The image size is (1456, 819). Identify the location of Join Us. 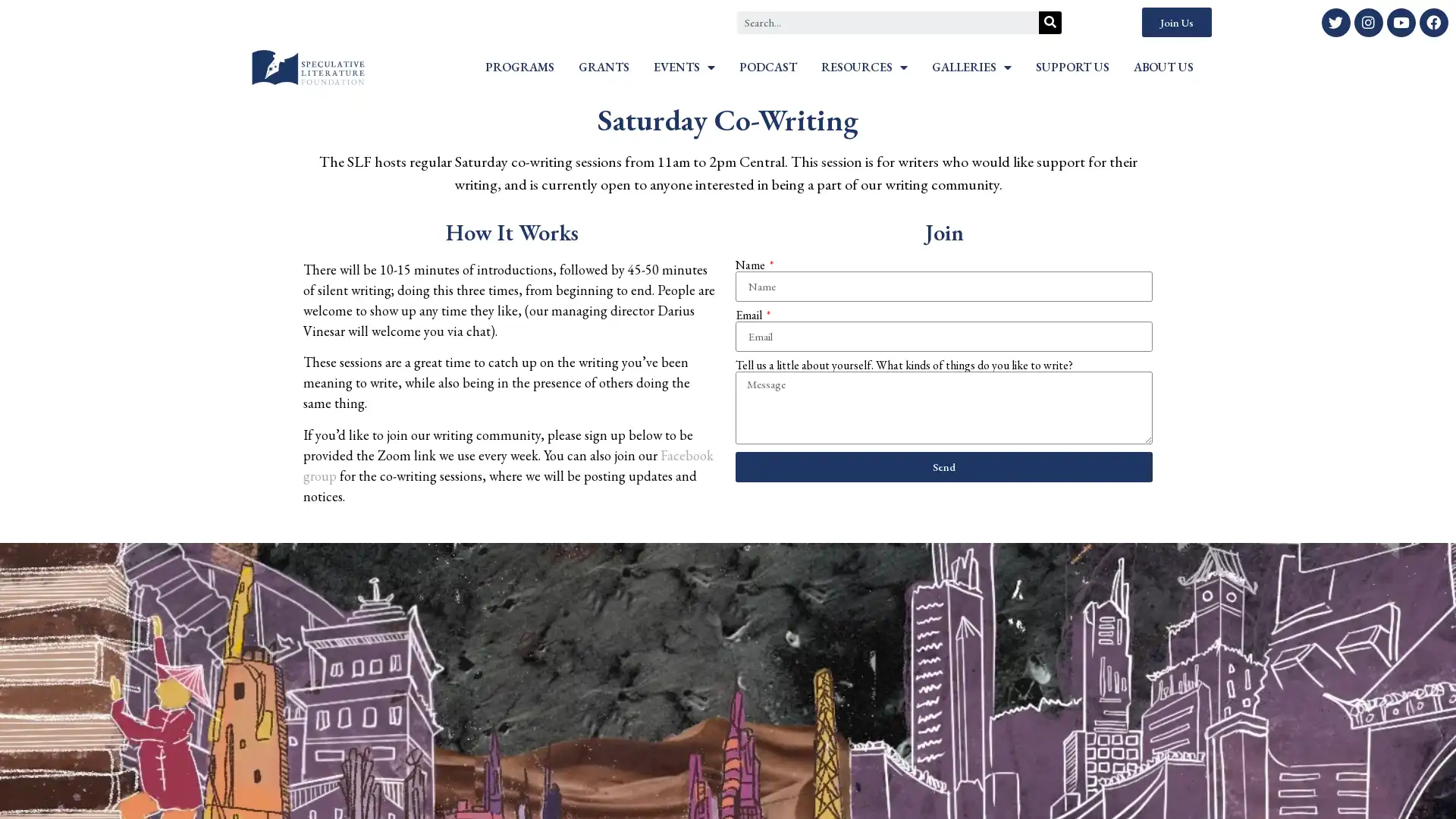
(1175, 22).